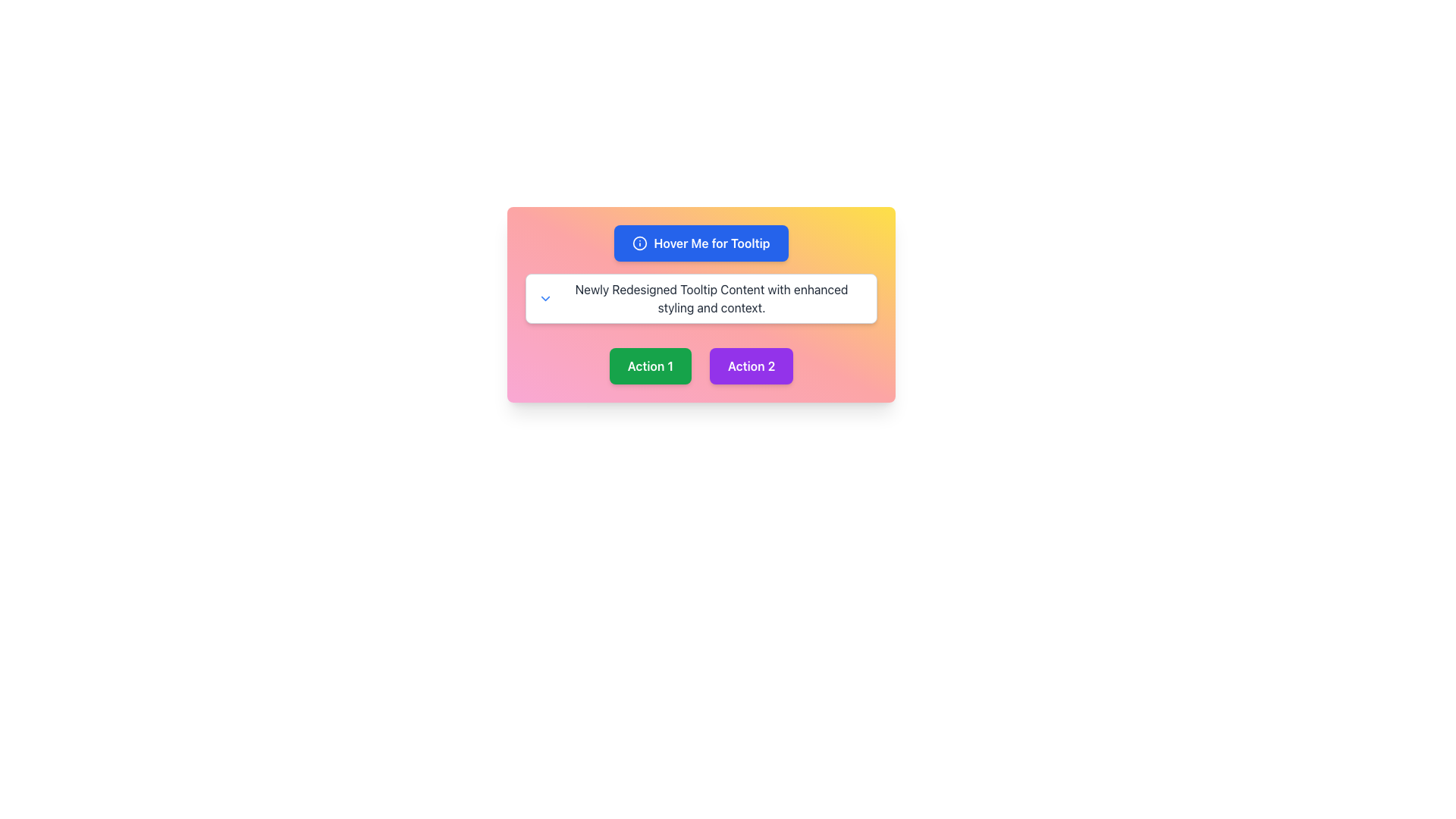 This screenshot has width=1456, height=819. I want to click on the SVG Circle Component, which serves as a graphical element of an information icon located in the header section of the card, so click(640, 242).